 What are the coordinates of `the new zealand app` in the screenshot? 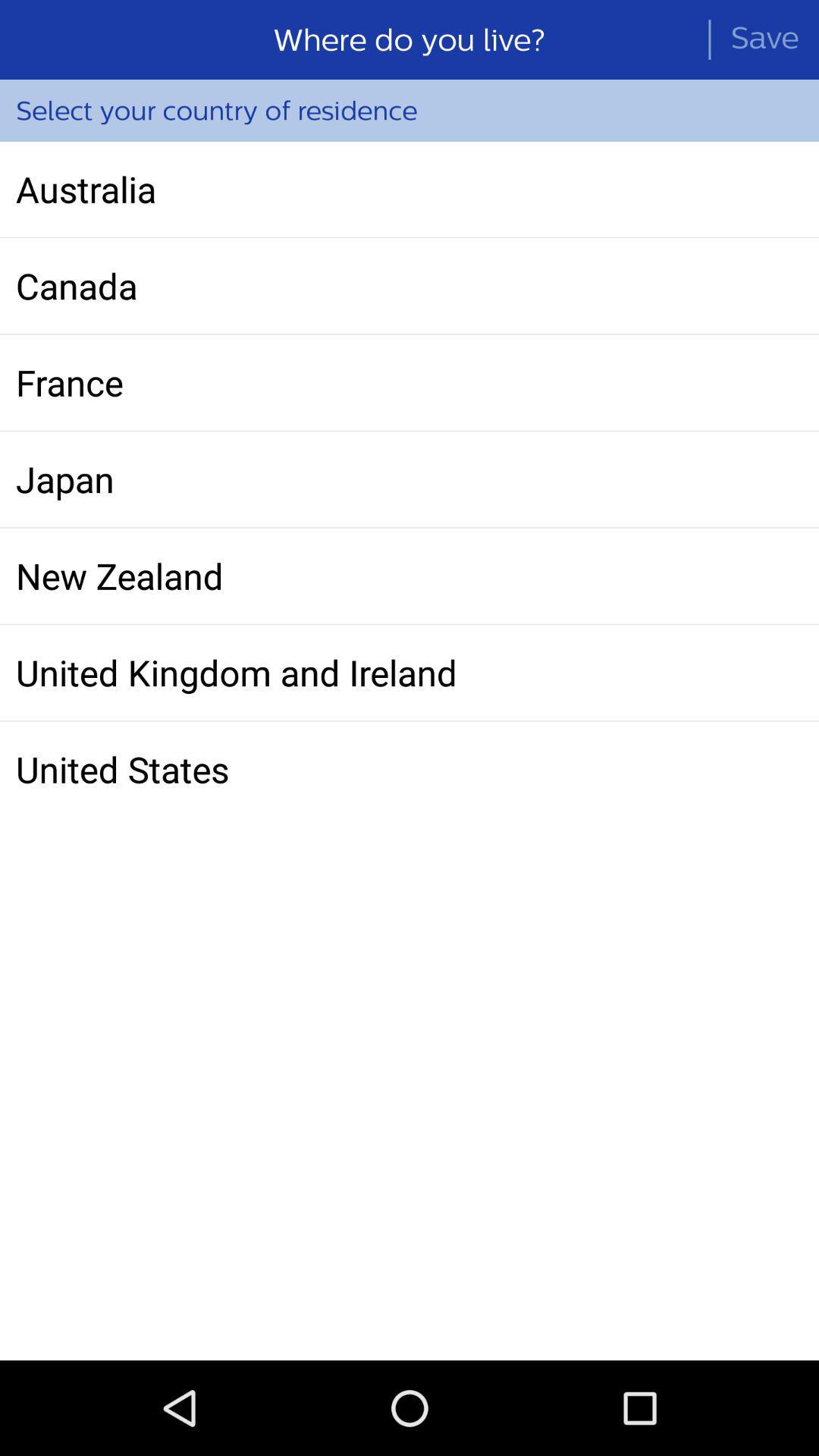 It's located at (409, 575).